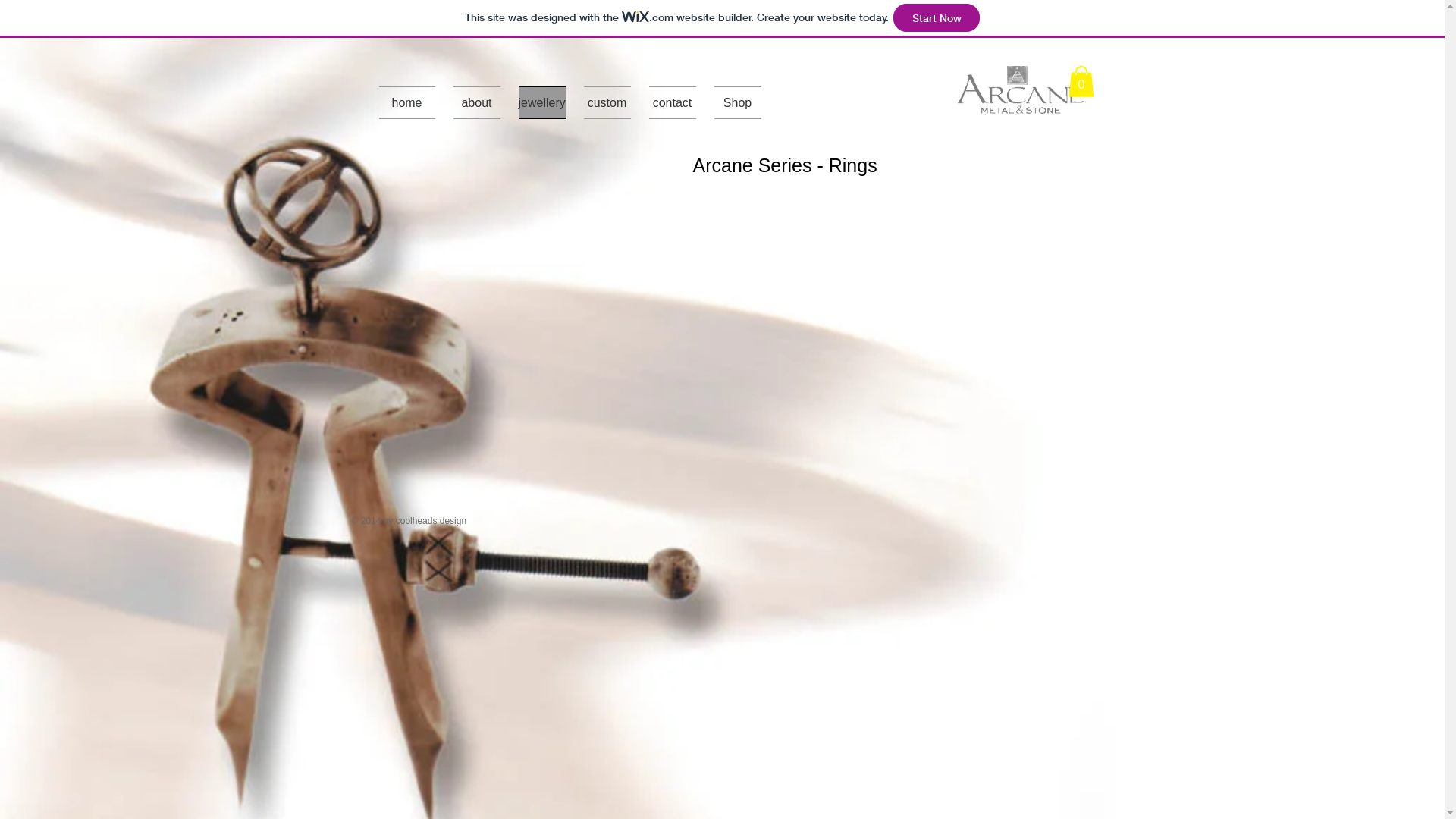  I want to click on '0', so click(1080, 81).